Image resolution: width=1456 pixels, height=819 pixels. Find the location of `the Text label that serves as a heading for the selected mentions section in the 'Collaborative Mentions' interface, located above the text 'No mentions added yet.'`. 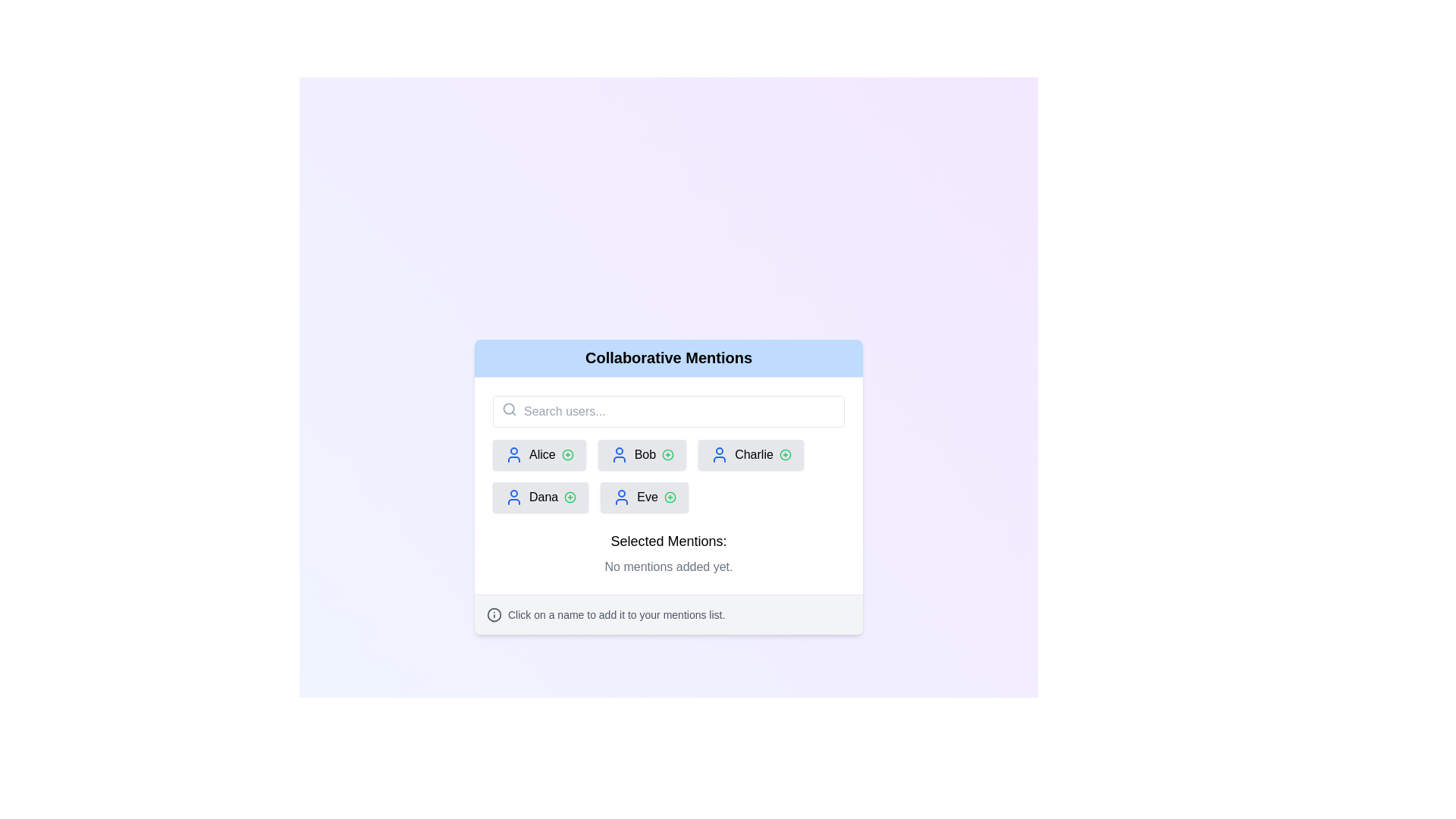

the Text label that serves as a heading for the selected mentions section in the 'Collaborative Mentions' interface, located above the text 'No mentions added yet.' is located at coordinates (668, 540).